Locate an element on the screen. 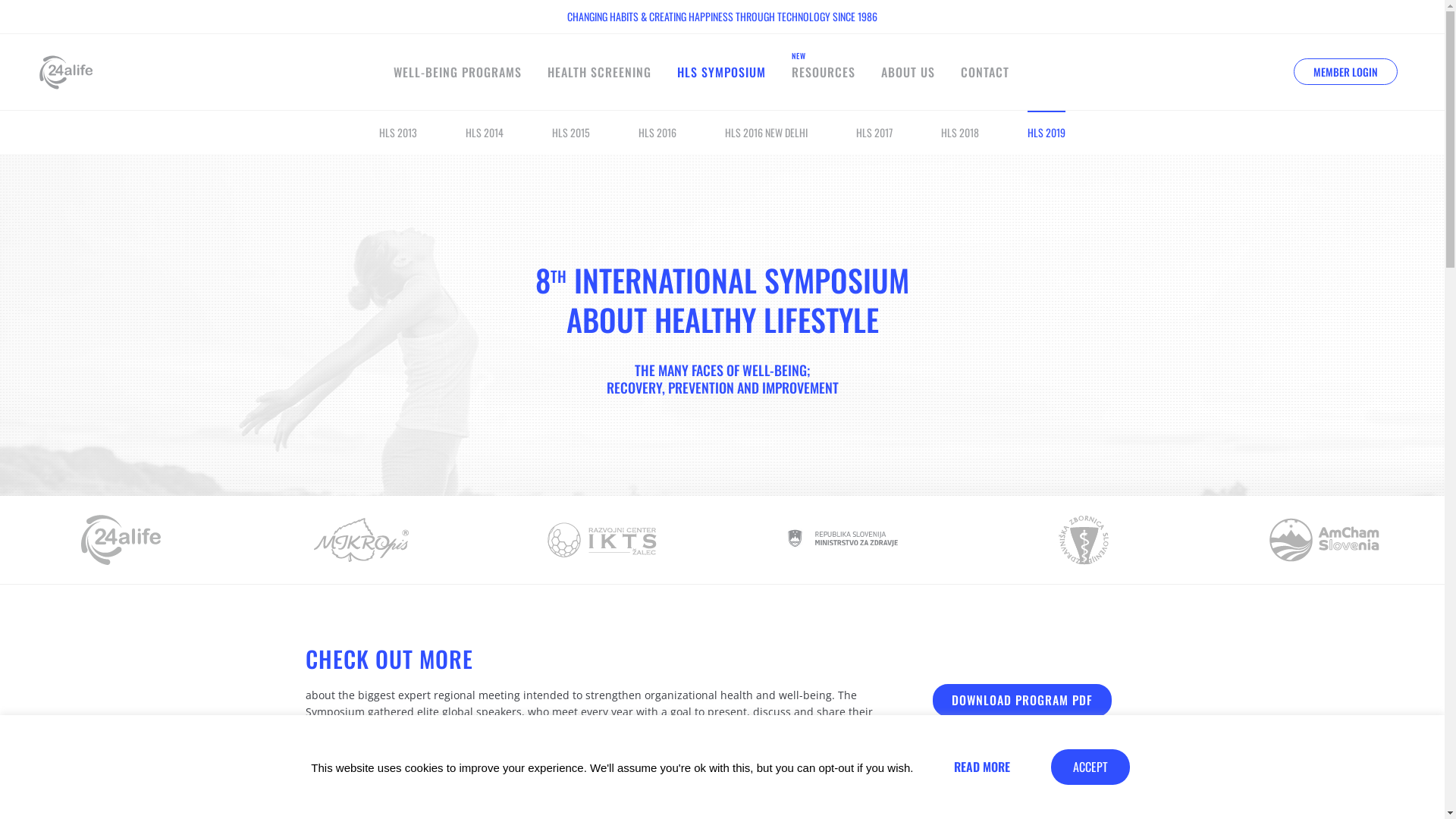 The width and height of the screenshot is (1456, 819). 'CONTACT' is located at coordinates (985, 72).